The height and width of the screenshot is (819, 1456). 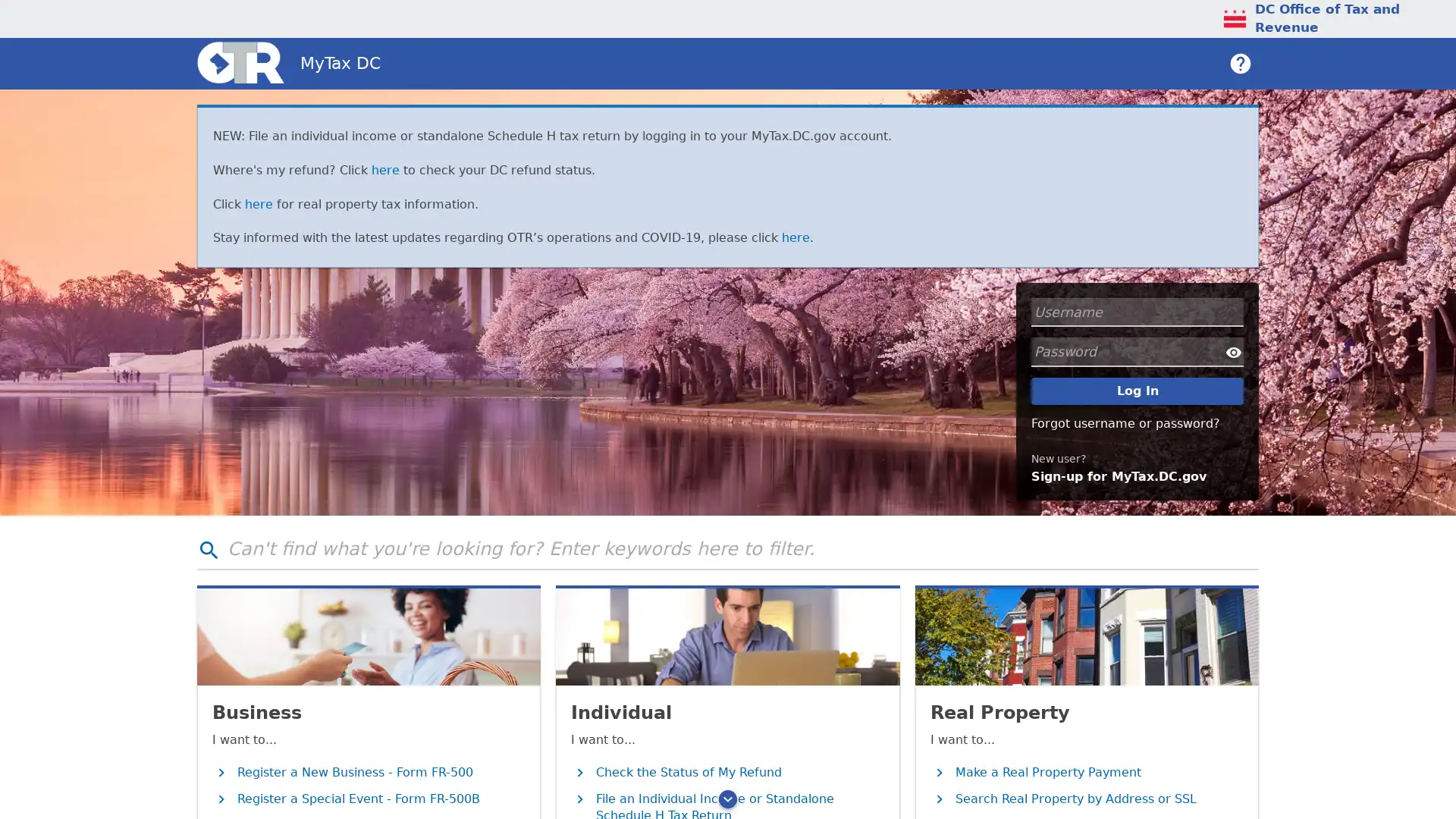 I want to click on Log In, so click(x=1137, y=390).